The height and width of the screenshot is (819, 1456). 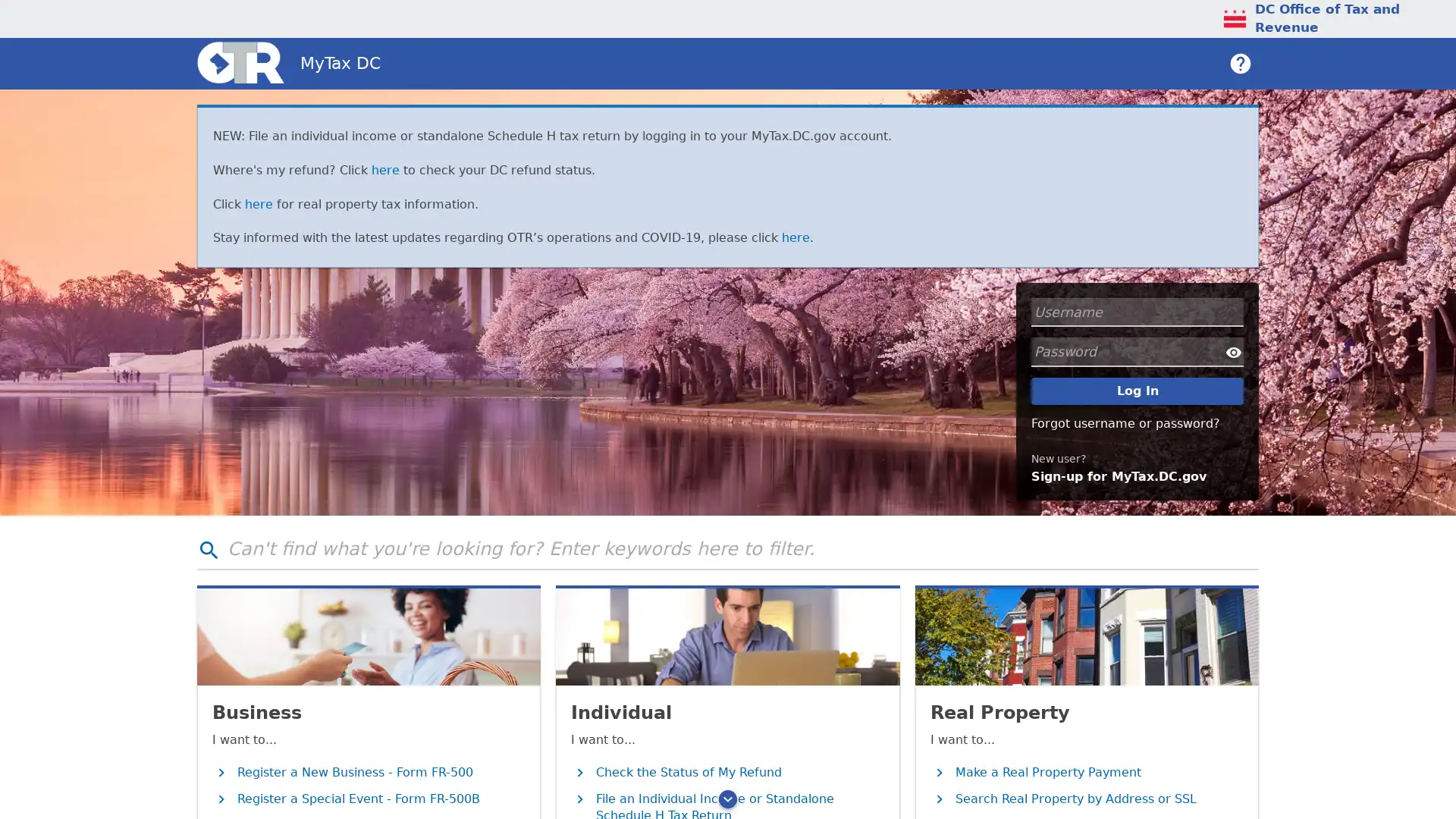 I want to click on Log In, so click(x=1137, y=390).